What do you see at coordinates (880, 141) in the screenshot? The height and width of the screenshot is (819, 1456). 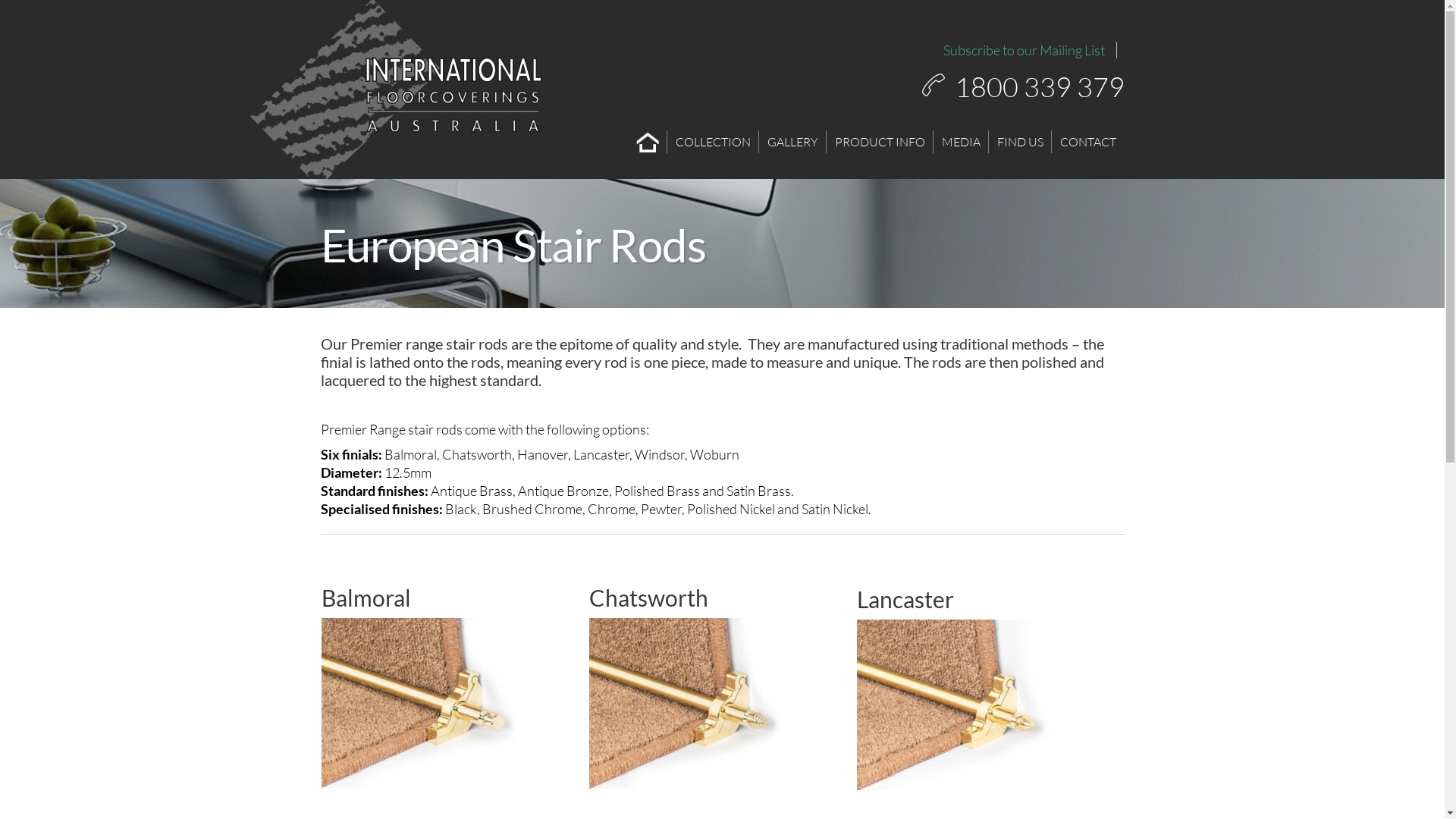 I see `'PRODUCT INFO'` at bounding box center [880, 141].